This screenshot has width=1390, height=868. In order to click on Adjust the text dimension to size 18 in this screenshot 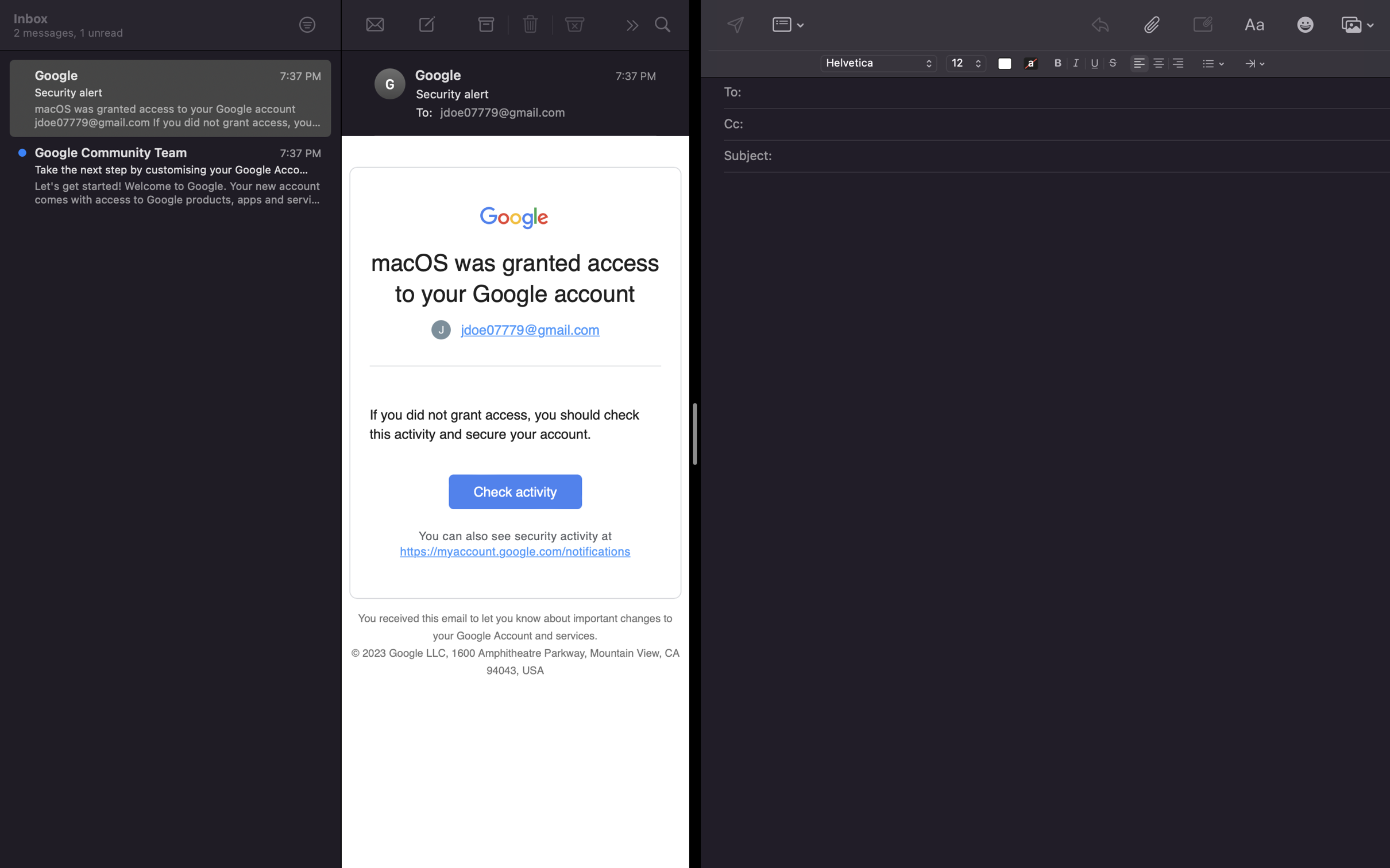, I will do `click(966, 64)`.